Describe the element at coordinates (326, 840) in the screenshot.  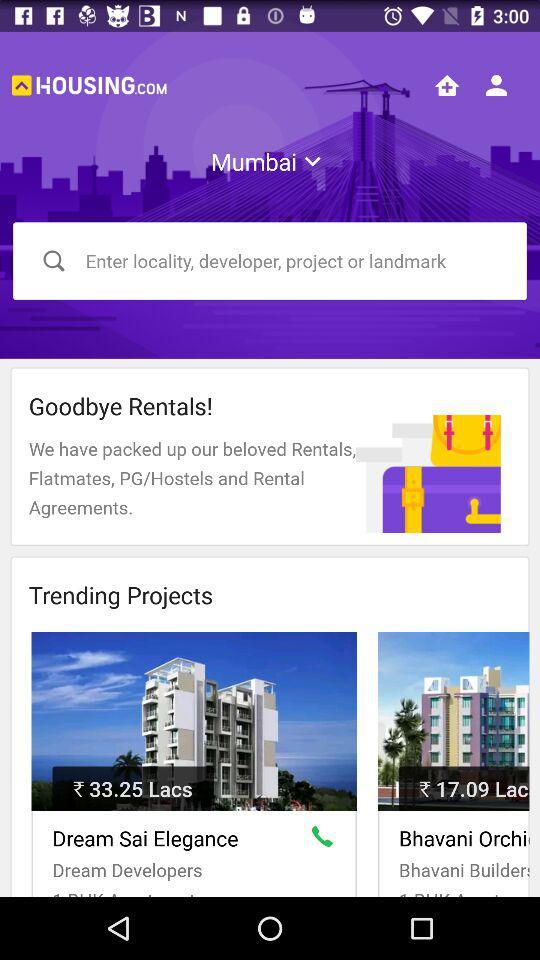
I see `the icon to the right of the dream sai elegance` at that location.